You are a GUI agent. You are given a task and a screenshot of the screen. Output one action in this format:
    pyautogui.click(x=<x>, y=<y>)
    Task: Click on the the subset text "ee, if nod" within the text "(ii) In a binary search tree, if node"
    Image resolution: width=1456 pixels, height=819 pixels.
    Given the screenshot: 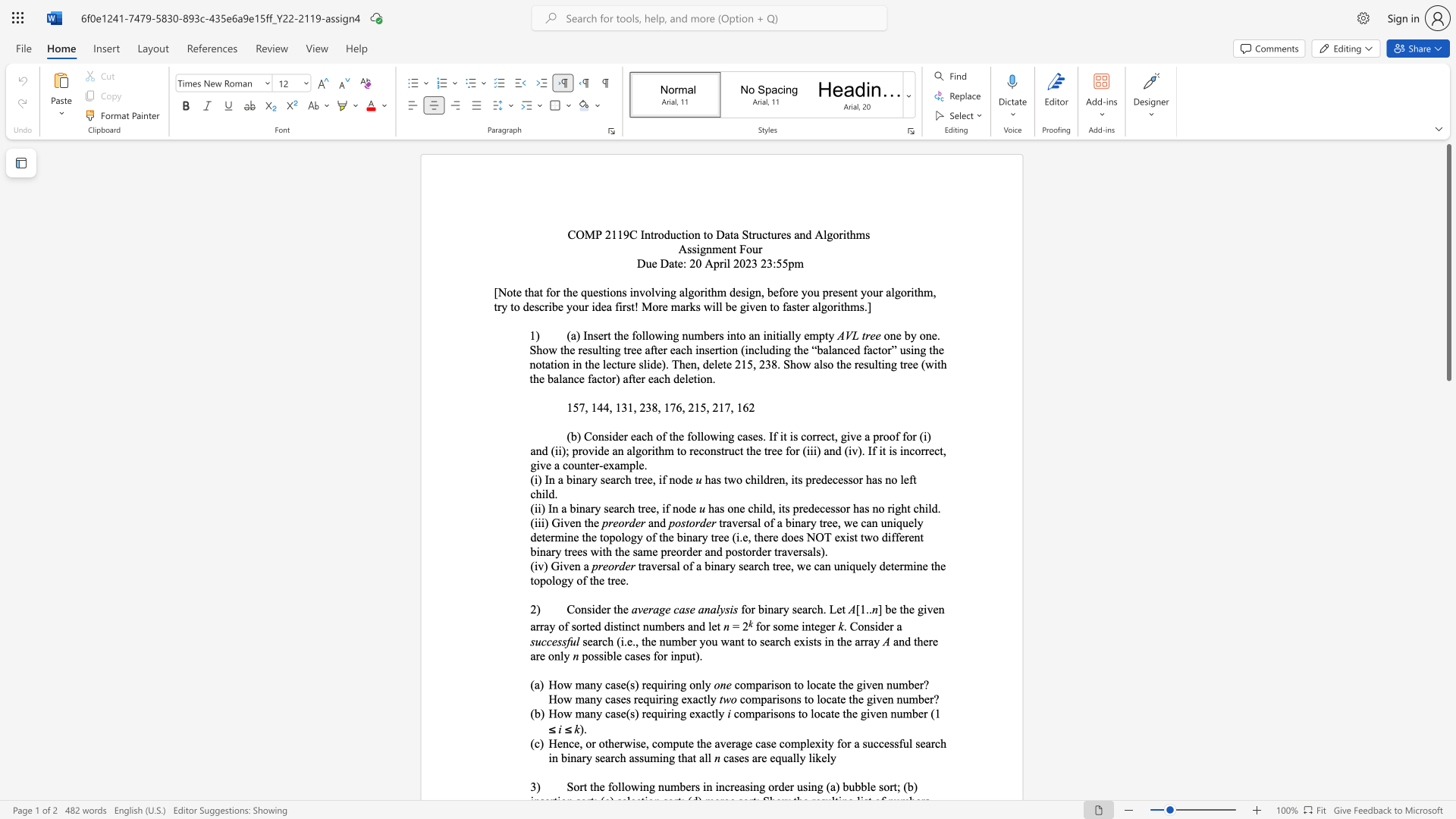 What is the action you would take?
    pyautogui.click(x=645, y=508)
    